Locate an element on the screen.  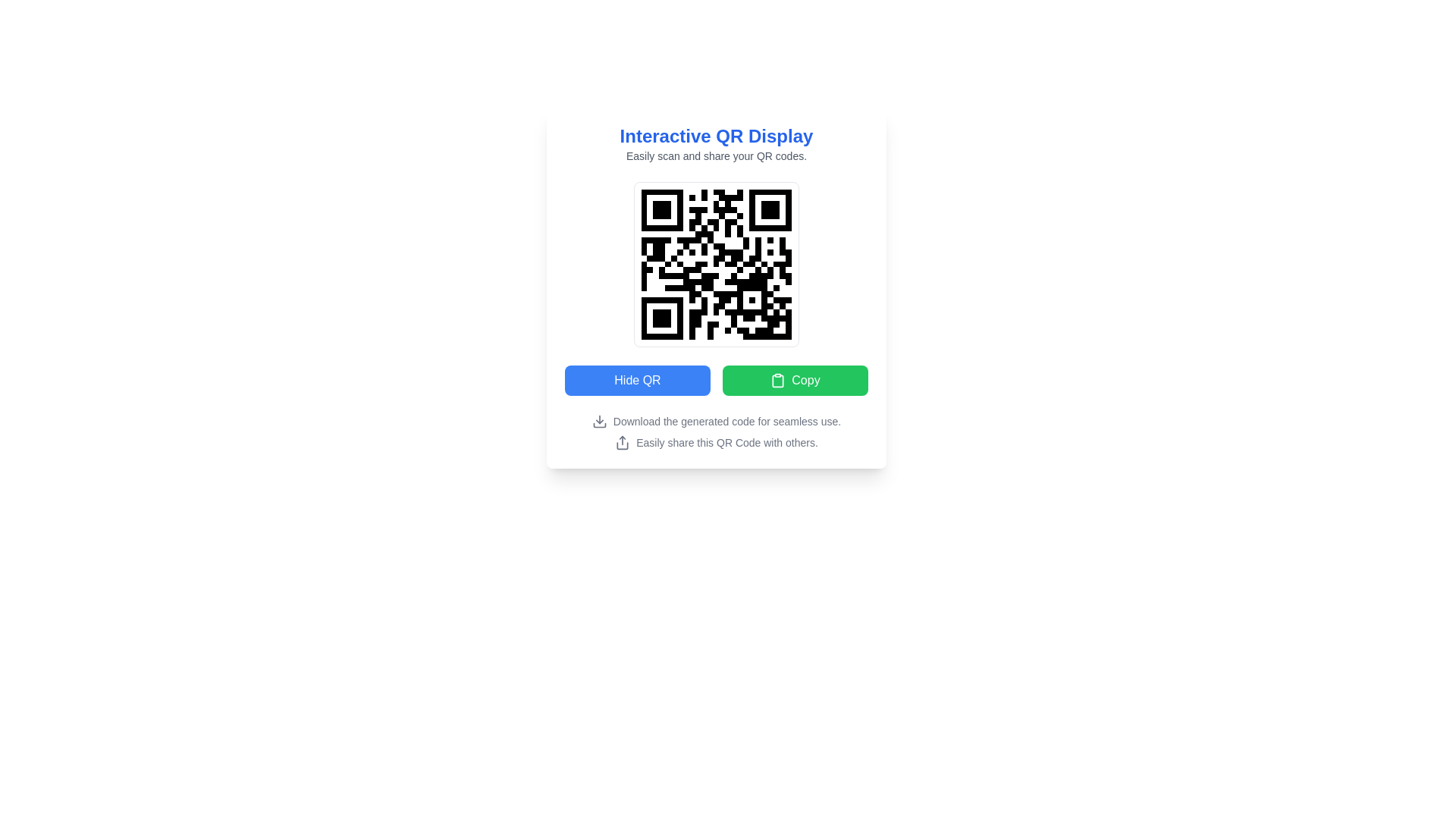
the informational text element that informs users about sharing the QR code, located centrally below the text 'Download the generated code for seamless use.' is located at coordinates (716, 442).